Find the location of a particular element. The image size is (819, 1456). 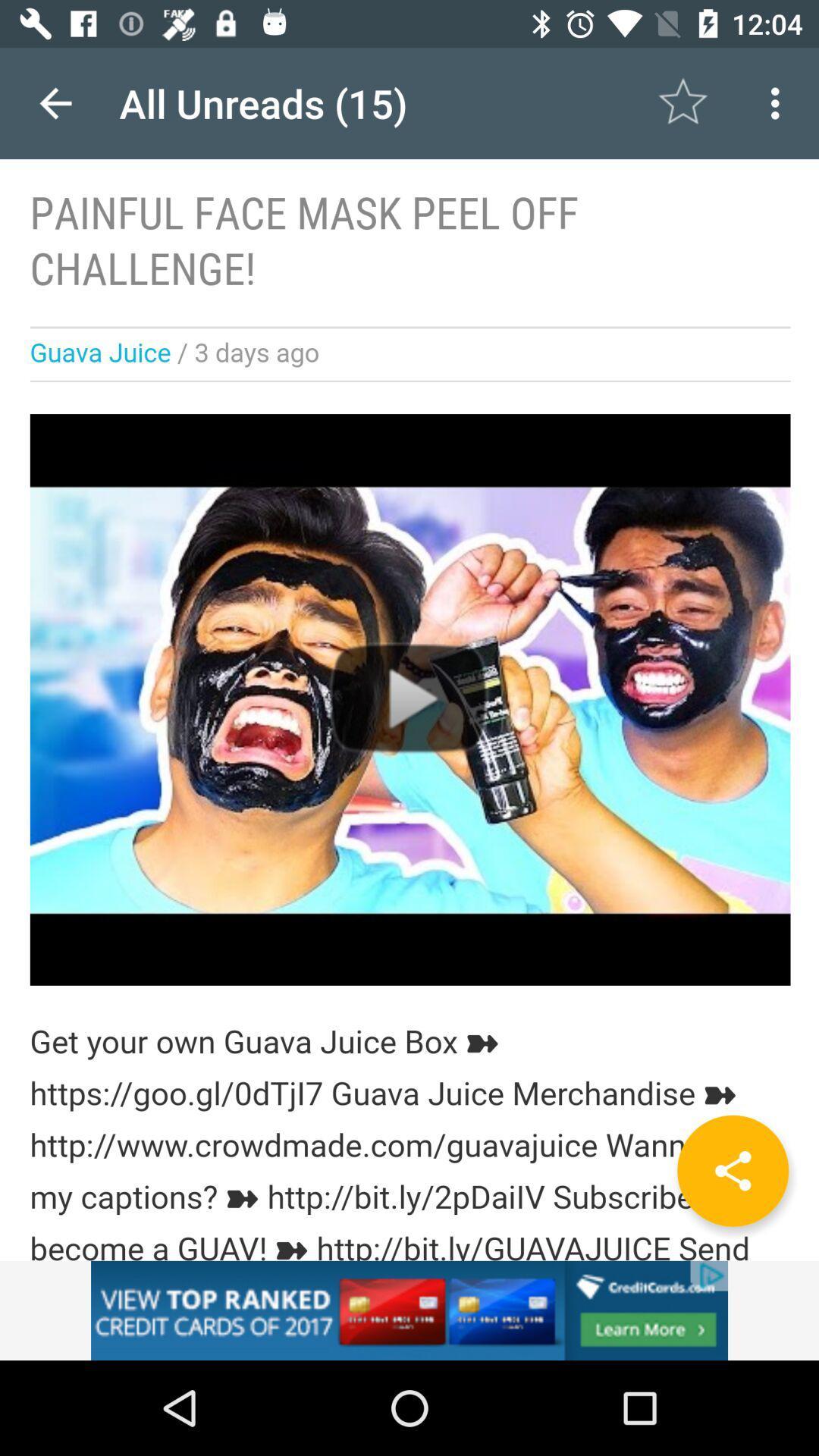

the share icon is located at coordinates (732, 1170).